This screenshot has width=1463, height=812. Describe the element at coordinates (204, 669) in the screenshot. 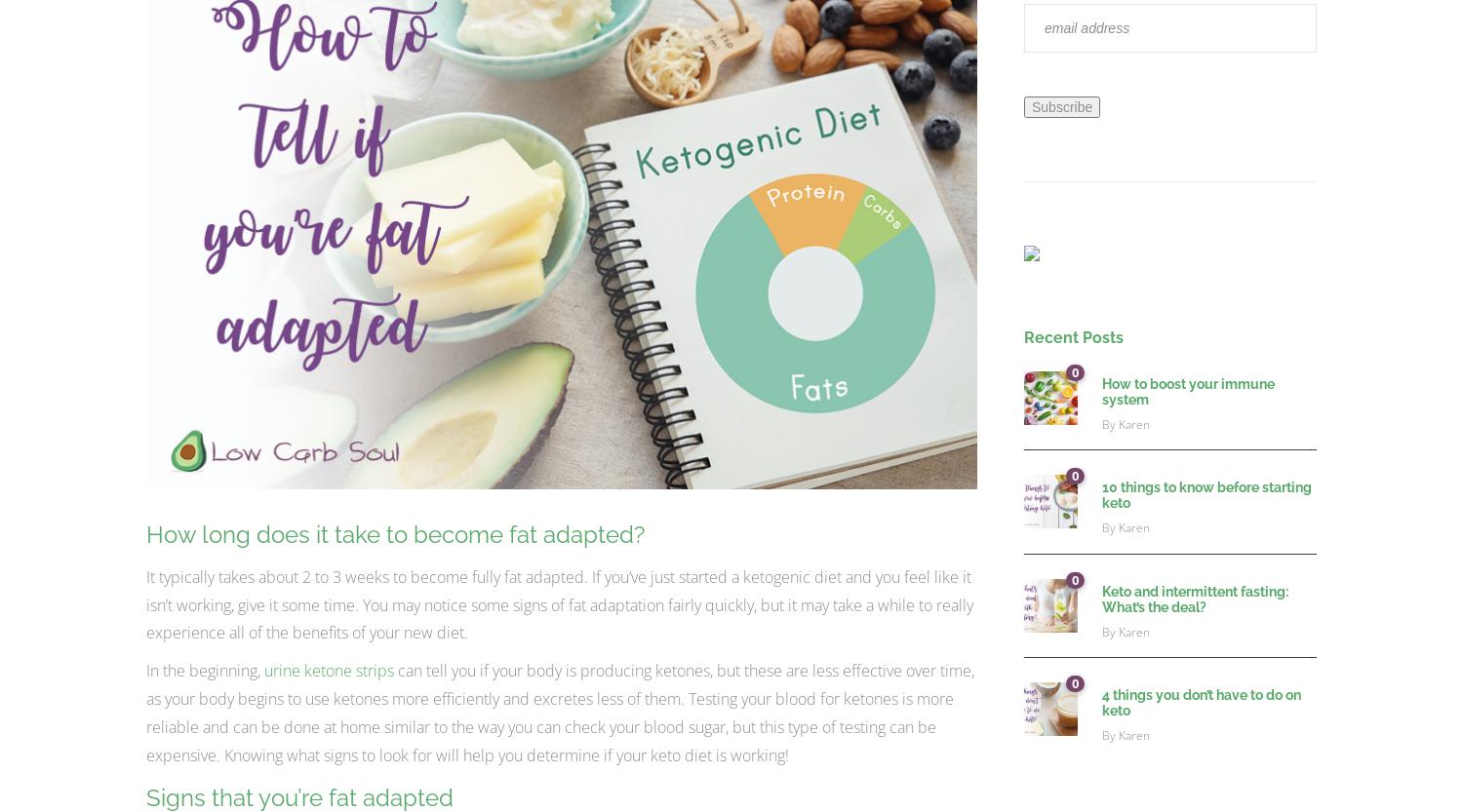

I see `'In the beginning,'` at that location.